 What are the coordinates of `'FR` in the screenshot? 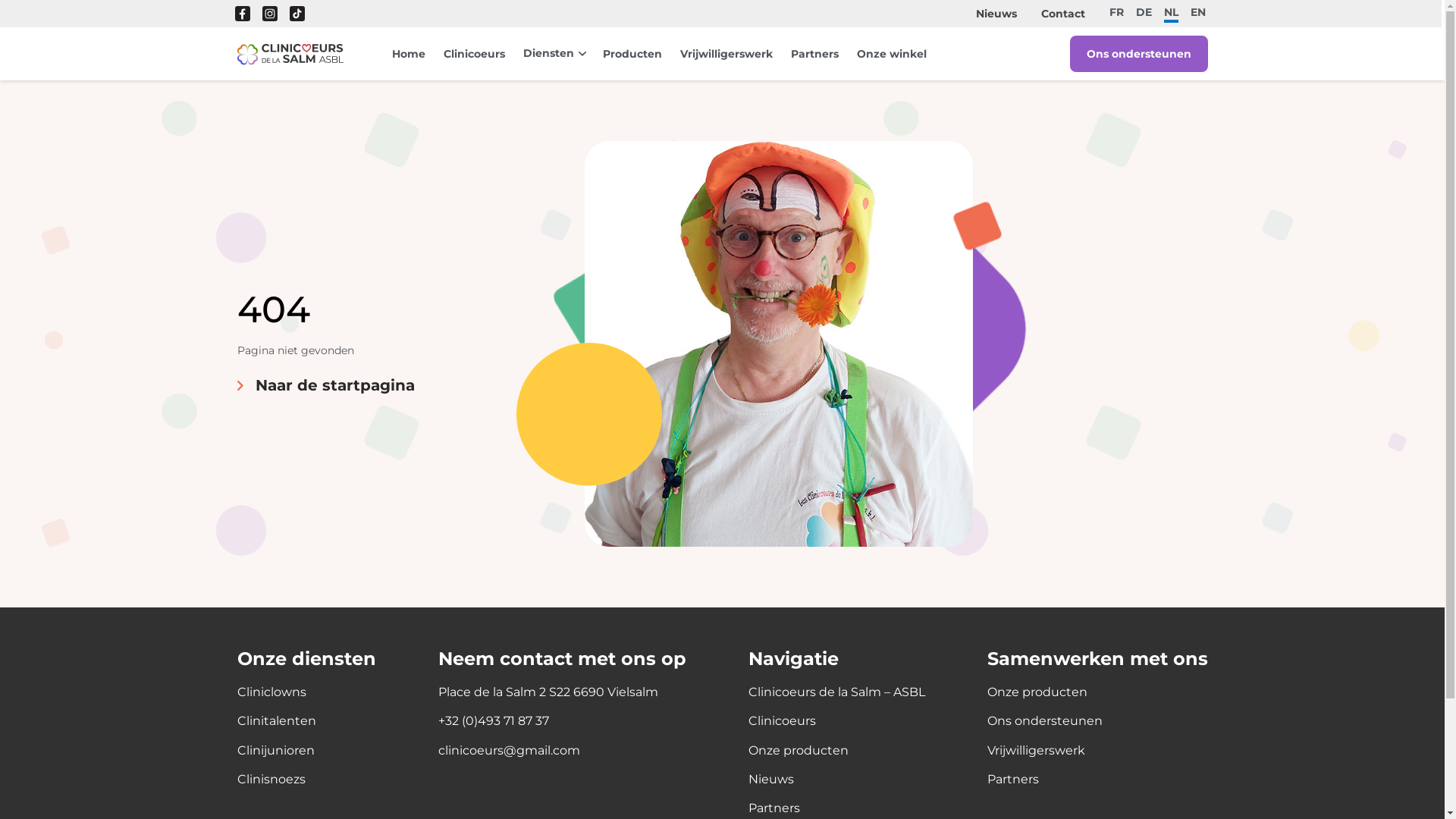 It's located at (1116, 11).